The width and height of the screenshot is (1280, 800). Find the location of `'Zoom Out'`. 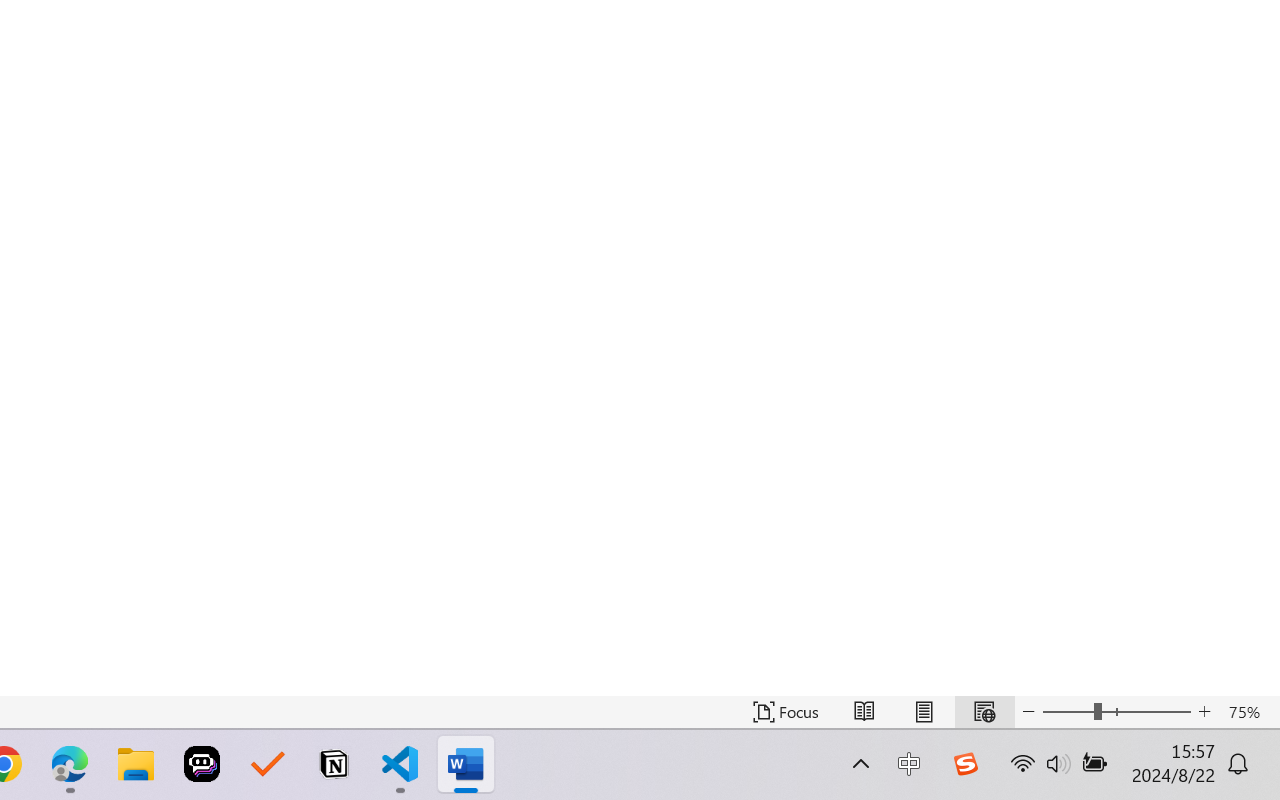

'Zoom Out' is located at coordinates (1067, 711).